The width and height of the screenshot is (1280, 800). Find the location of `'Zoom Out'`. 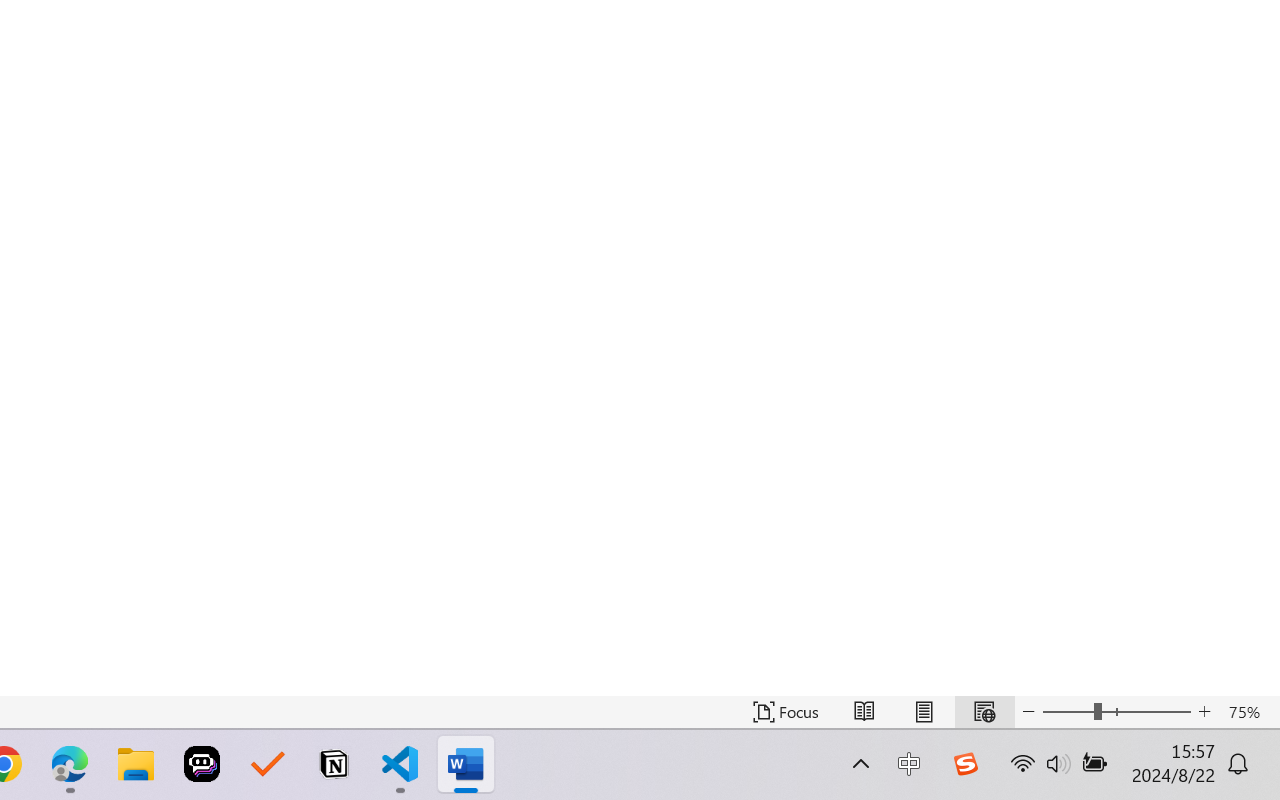

'Zoom Out' is located at coordinates (1067, 711).